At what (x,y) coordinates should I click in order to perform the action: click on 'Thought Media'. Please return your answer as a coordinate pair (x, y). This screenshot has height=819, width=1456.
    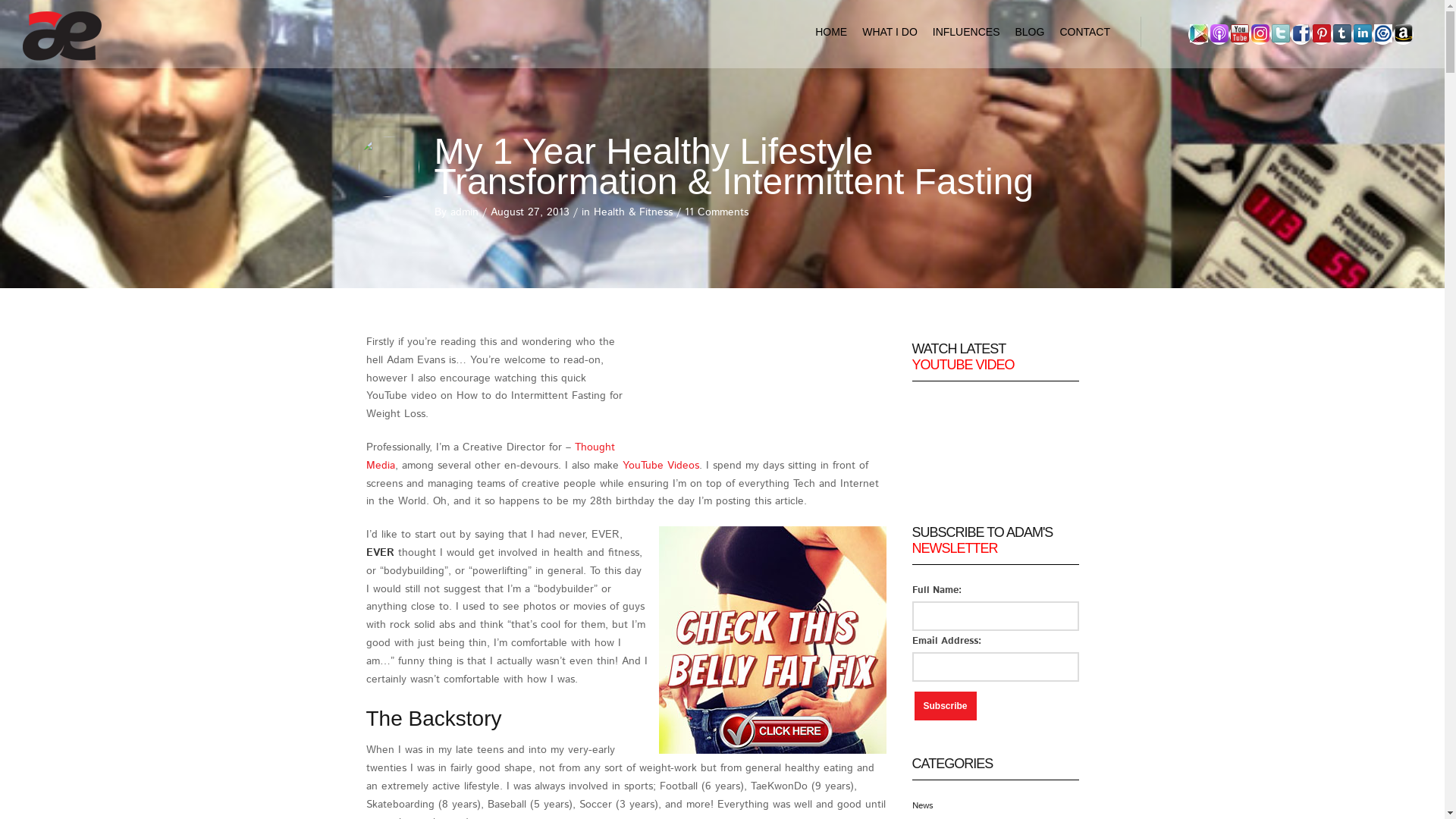
    Looking at the image, I should click on (490, 455).